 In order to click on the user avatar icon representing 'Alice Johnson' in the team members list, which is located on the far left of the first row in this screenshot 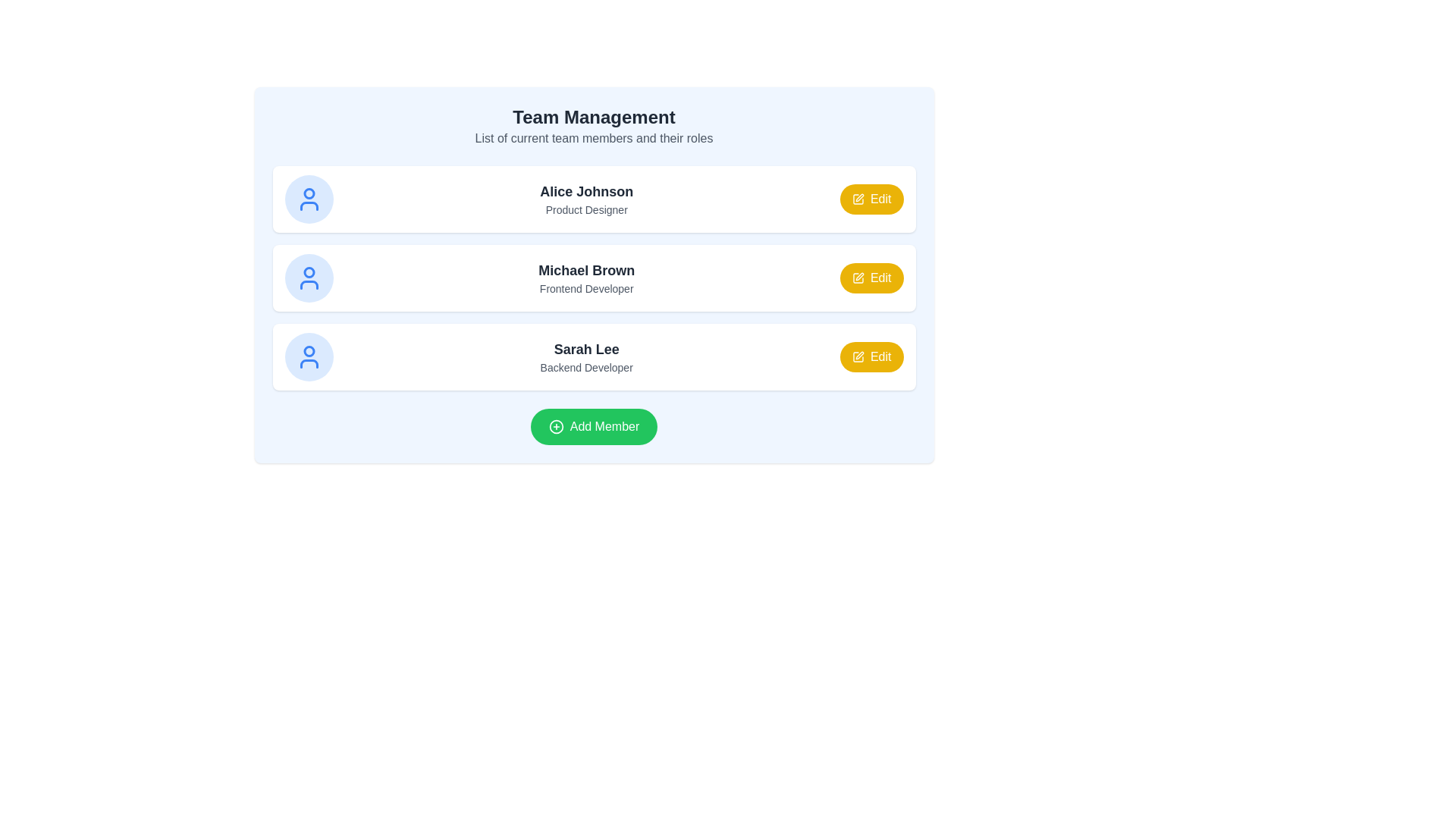, I will do `click(308, 198)`.